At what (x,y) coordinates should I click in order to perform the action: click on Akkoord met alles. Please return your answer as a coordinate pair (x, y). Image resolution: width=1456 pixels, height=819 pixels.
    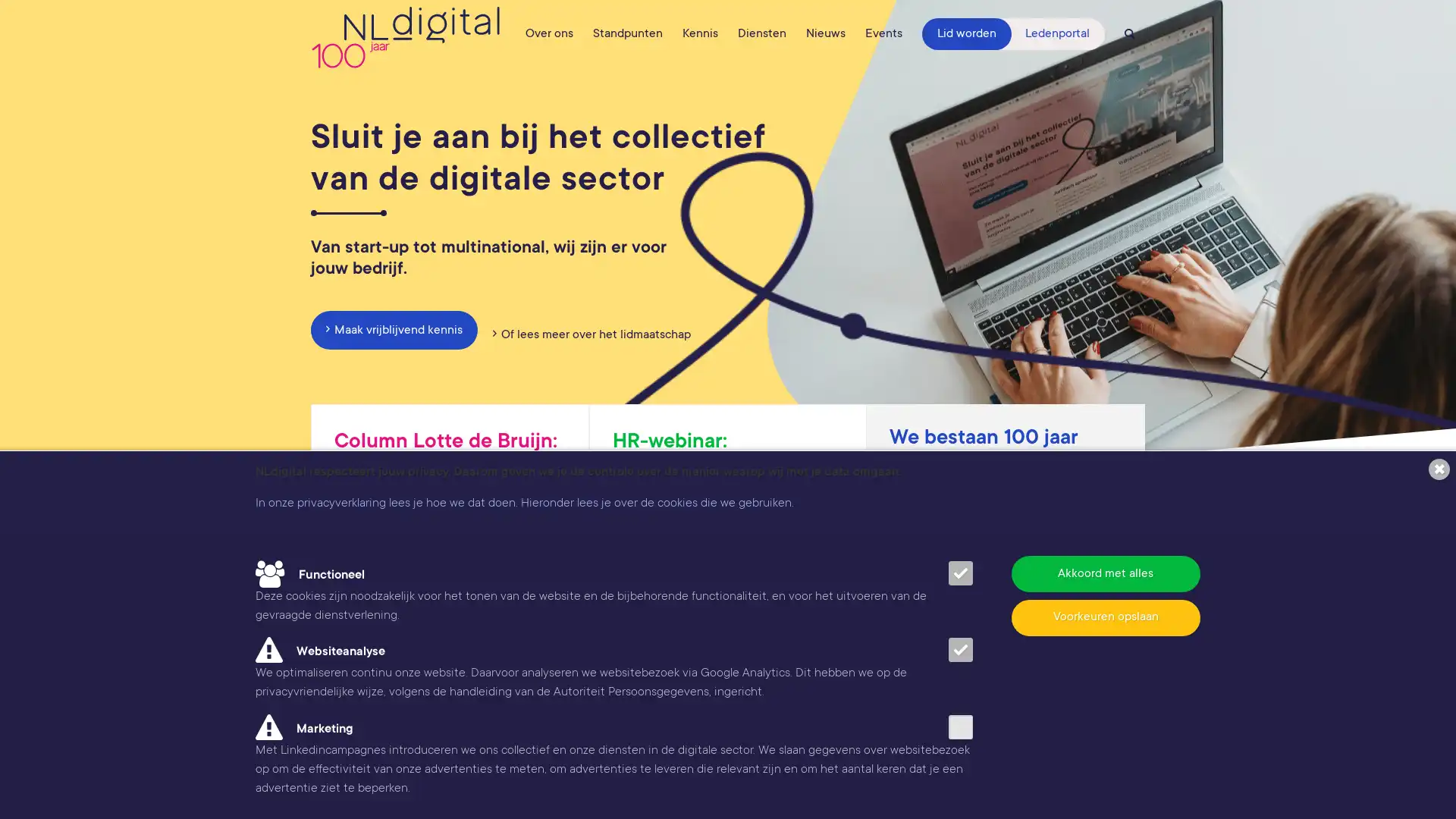
    Looking at the image, I should click on (1106, 573).